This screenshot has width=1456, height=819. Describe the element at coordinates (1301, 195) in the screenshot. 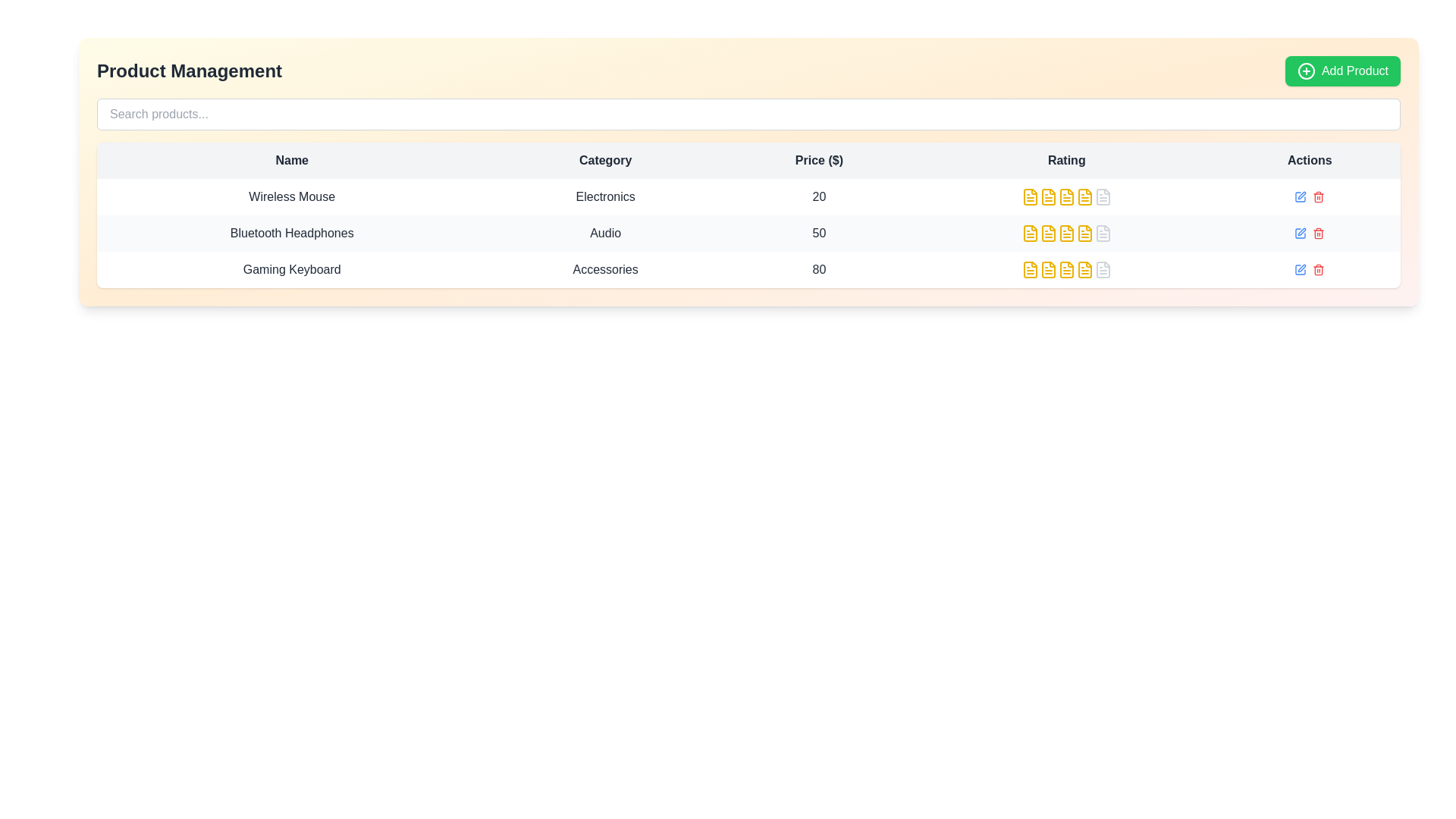

I see `the pen icon in the 'Actions' column for the 'Bluetooth Headphones' product entry` at that location.